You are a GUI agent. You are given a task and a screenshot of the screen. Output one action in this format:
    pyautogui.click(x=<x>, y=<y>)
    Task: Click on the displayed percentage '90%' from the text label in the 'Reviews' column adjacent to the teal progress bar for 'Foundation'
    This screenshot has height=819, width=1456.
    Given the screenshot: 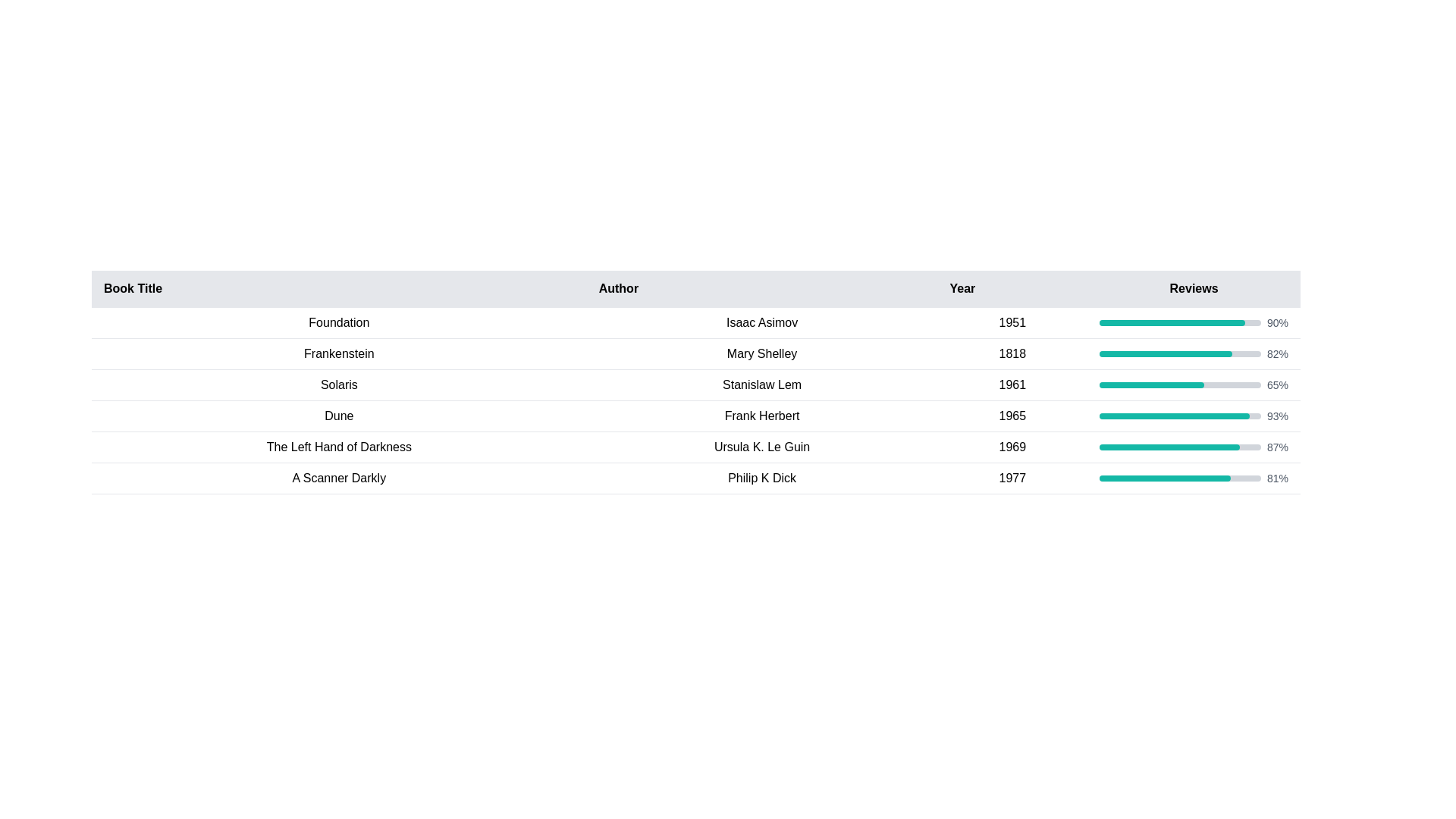 What is the action you would take?
    pyautogui.click(x=1276, y=322)
    